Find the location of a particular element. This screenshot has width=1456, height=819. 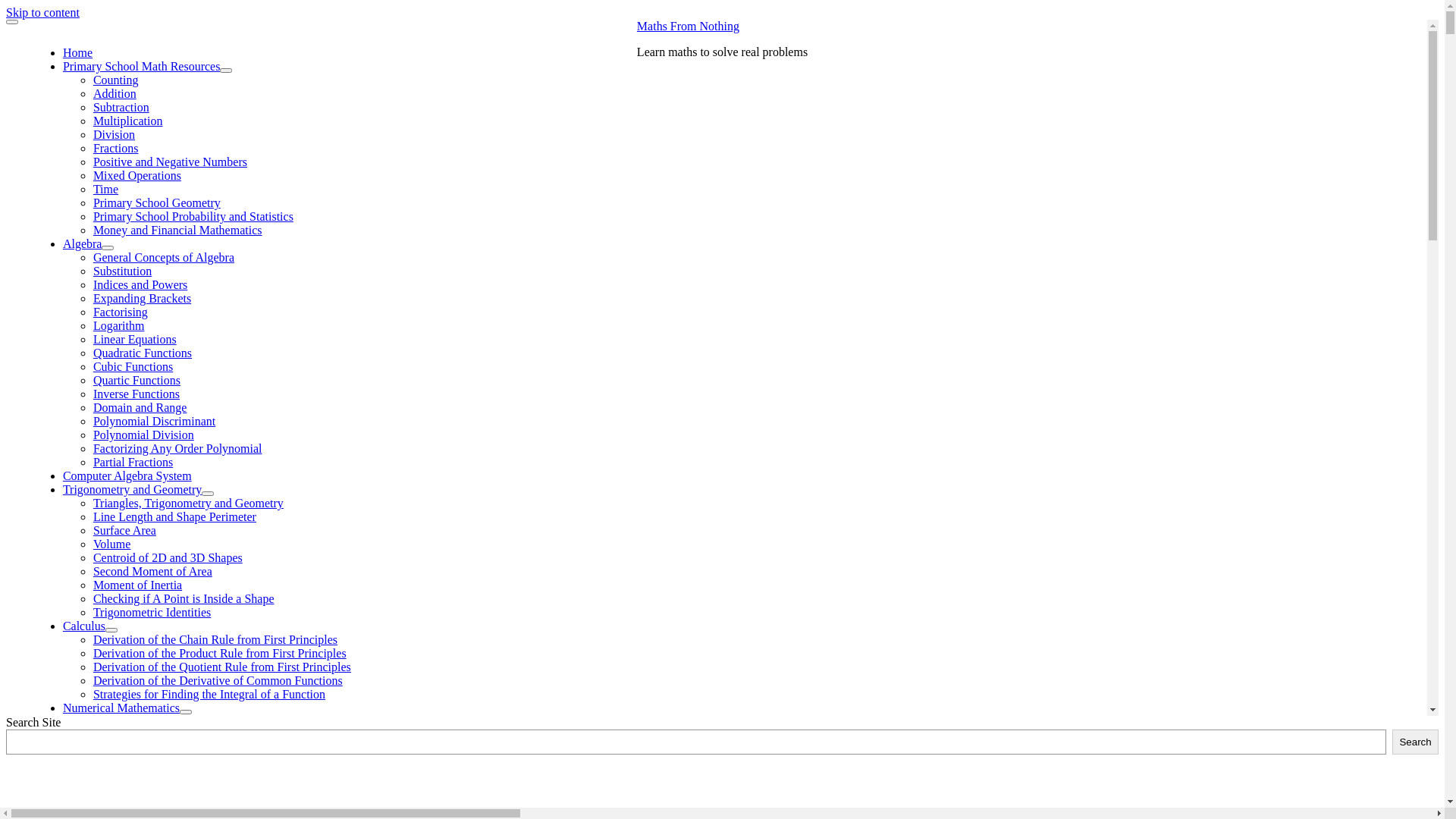

'Derivation of the Quotient Rule from First Principles' is located at coordinates (221, 666).